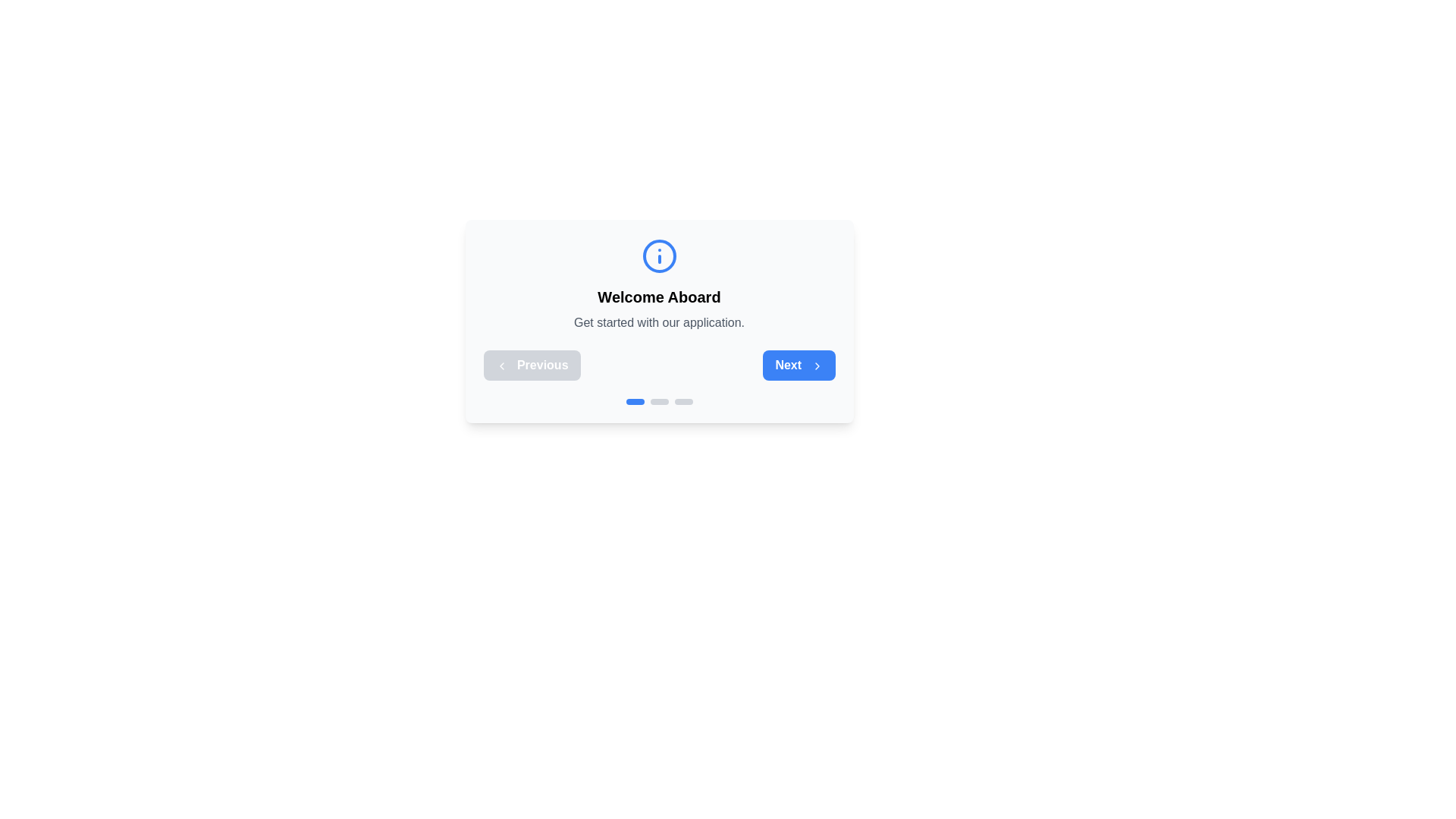 The height and width of the screenshot is (819, 1456). What do you see at coordinates (682, 400) in the screenshot?
I see `the third navigation indicator element in the group of three shapes at the bottom center of the modal, which visually represents a step or status point` at bounding box center [682, 400].